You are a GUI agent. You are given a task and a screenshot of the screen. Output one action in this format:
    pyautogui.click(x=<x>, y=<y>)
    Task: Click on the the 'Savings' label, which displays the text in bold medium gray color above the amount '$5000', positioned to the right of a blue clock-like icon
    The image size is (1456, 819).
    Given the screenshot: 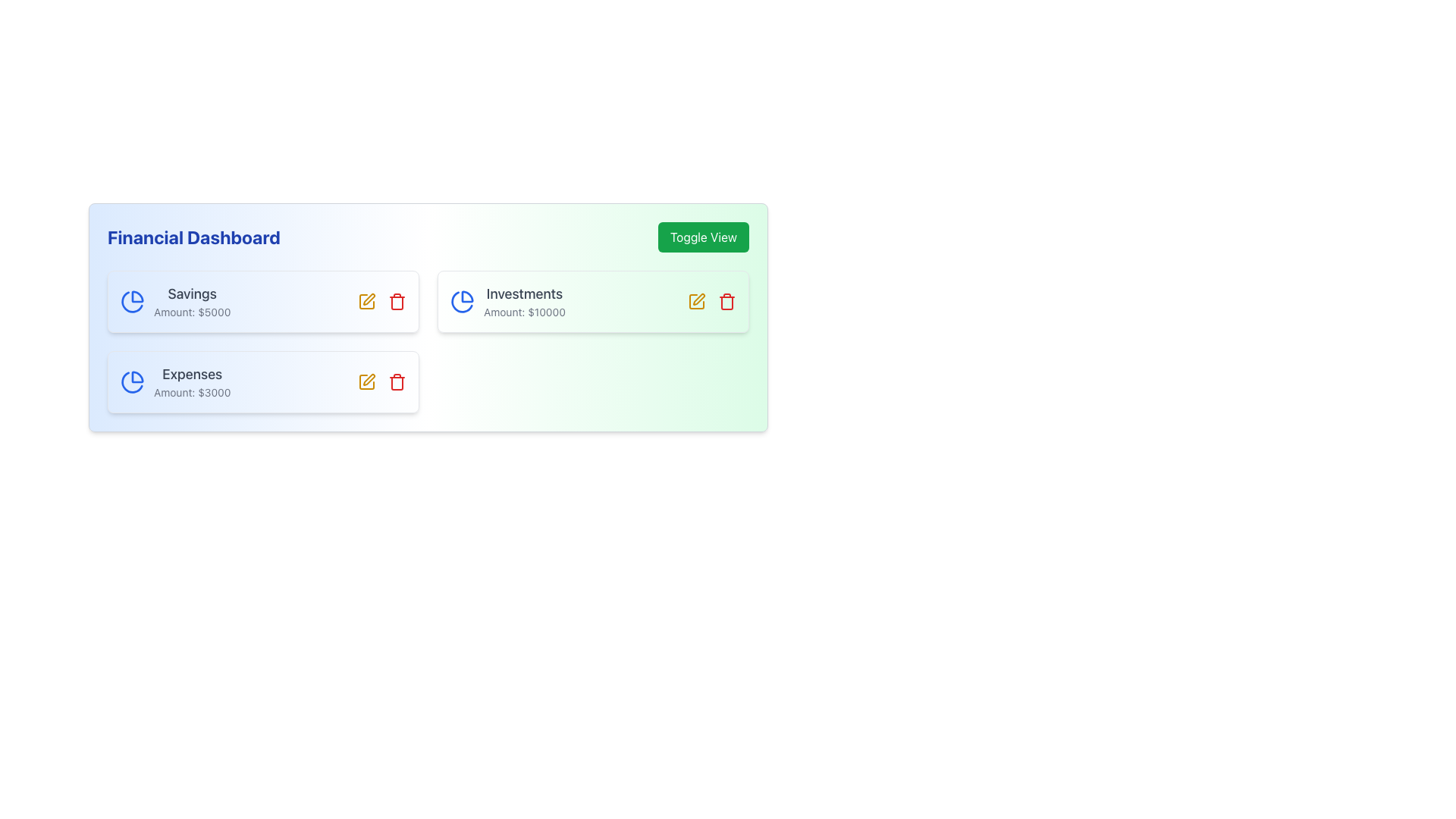 What is the action you would take?
    pyautogui.click(x=191, y=294)
    